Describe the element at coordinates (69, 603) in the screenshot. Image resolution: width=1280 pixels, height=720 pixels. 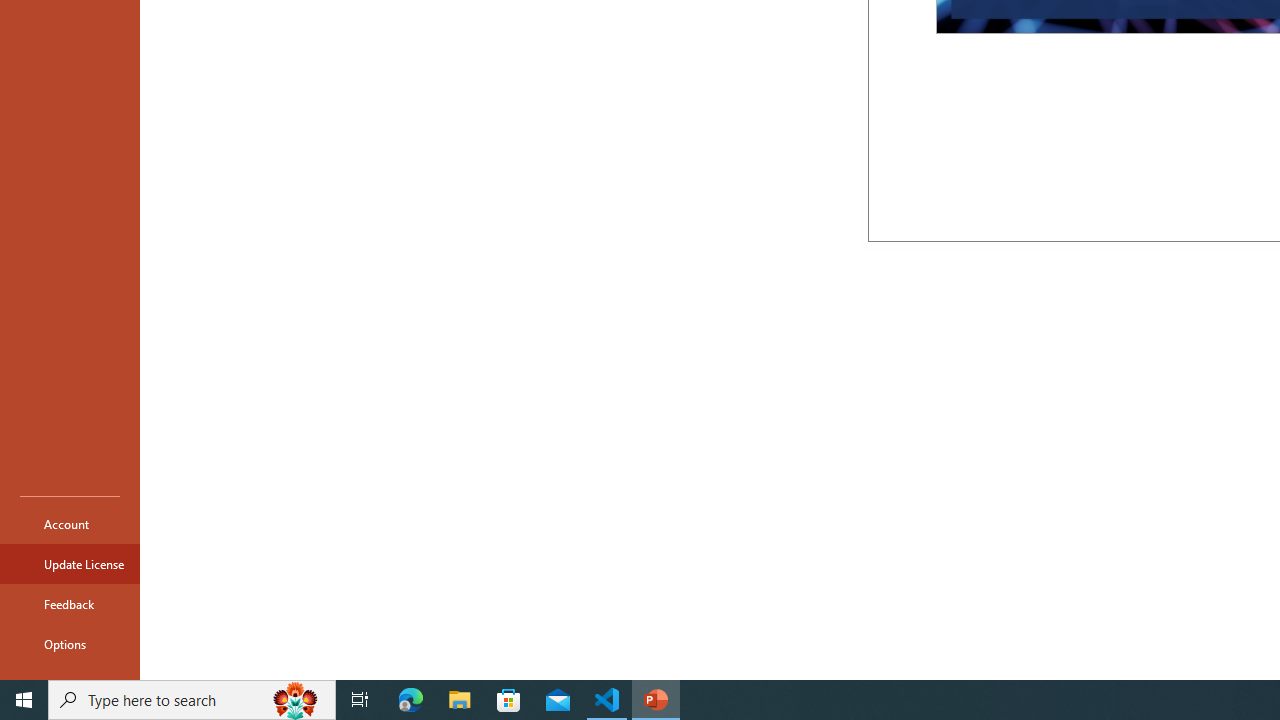
I see `'Feedback'` at that location.